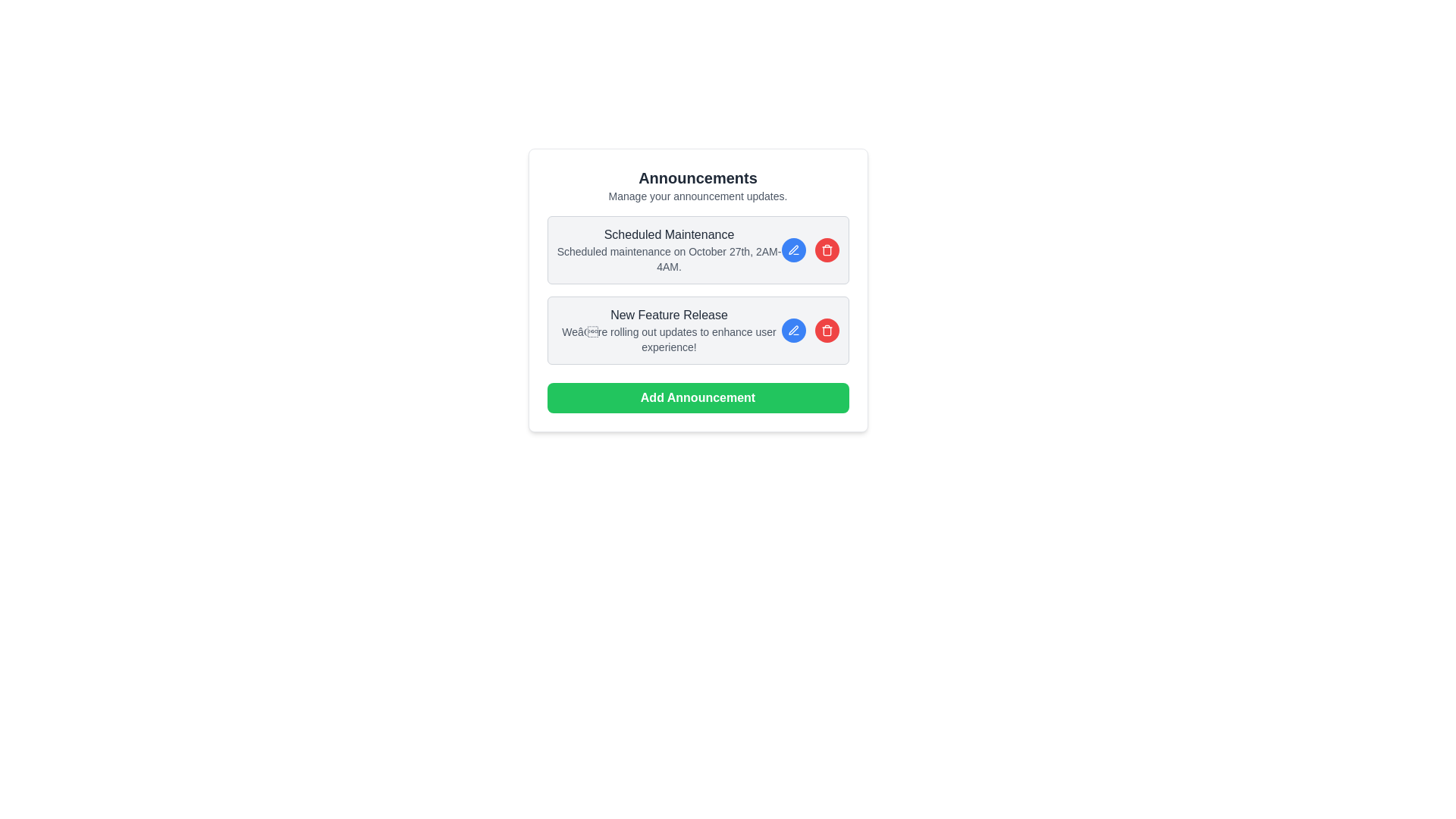 This screenshot has height=819, width=1456. What do you see at coordinates (826, 250) in the screenshot?
I see `the trash can icon element, which represents deletion actions, located centrally below the lid outline and above the base elements` at bounding box center [826, 250].